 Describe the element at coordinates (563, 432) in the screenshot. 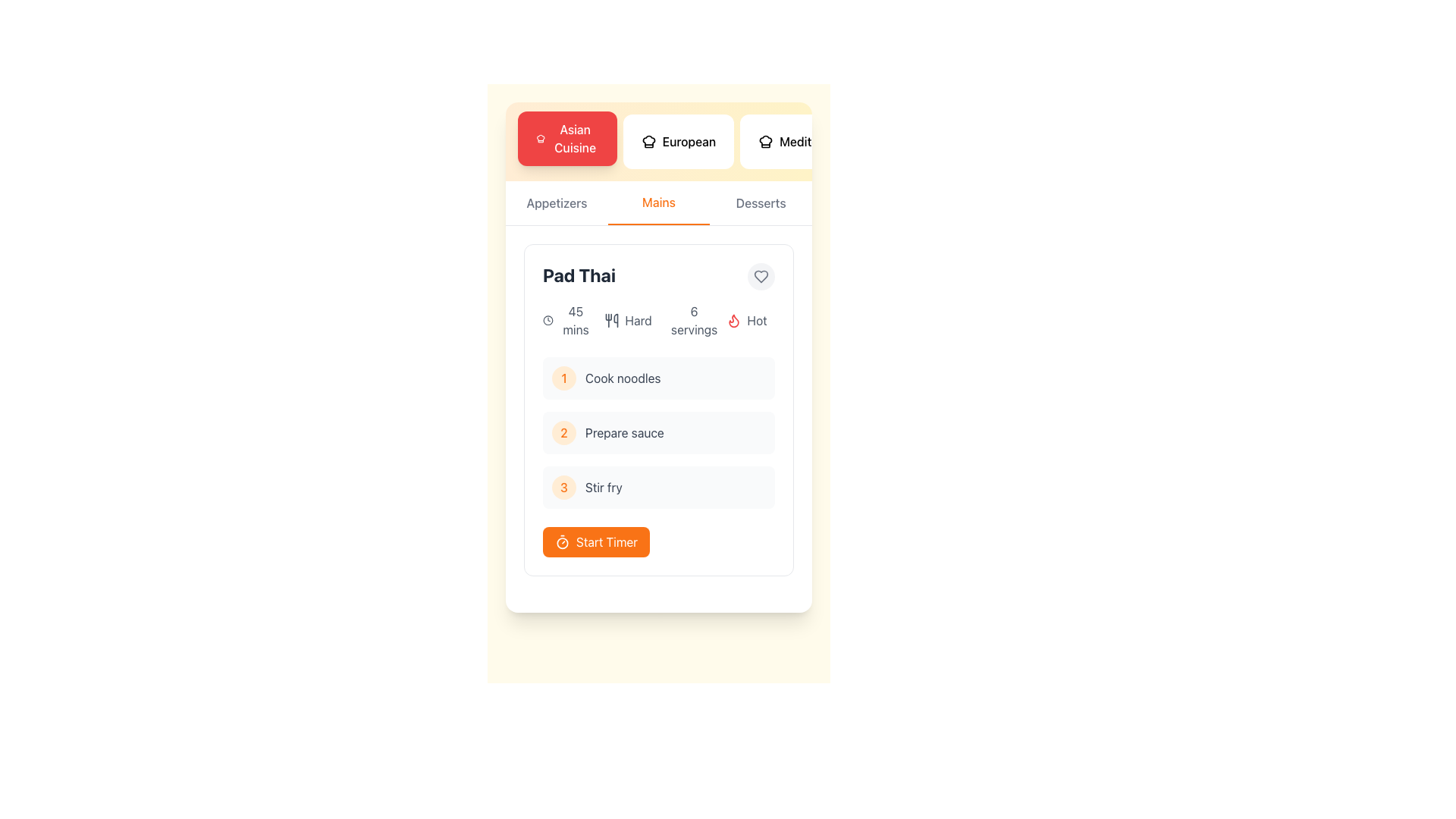

I see `the second step indicator for the 'Prepare sauce' task in the 'Pad Thai' card` at that location.